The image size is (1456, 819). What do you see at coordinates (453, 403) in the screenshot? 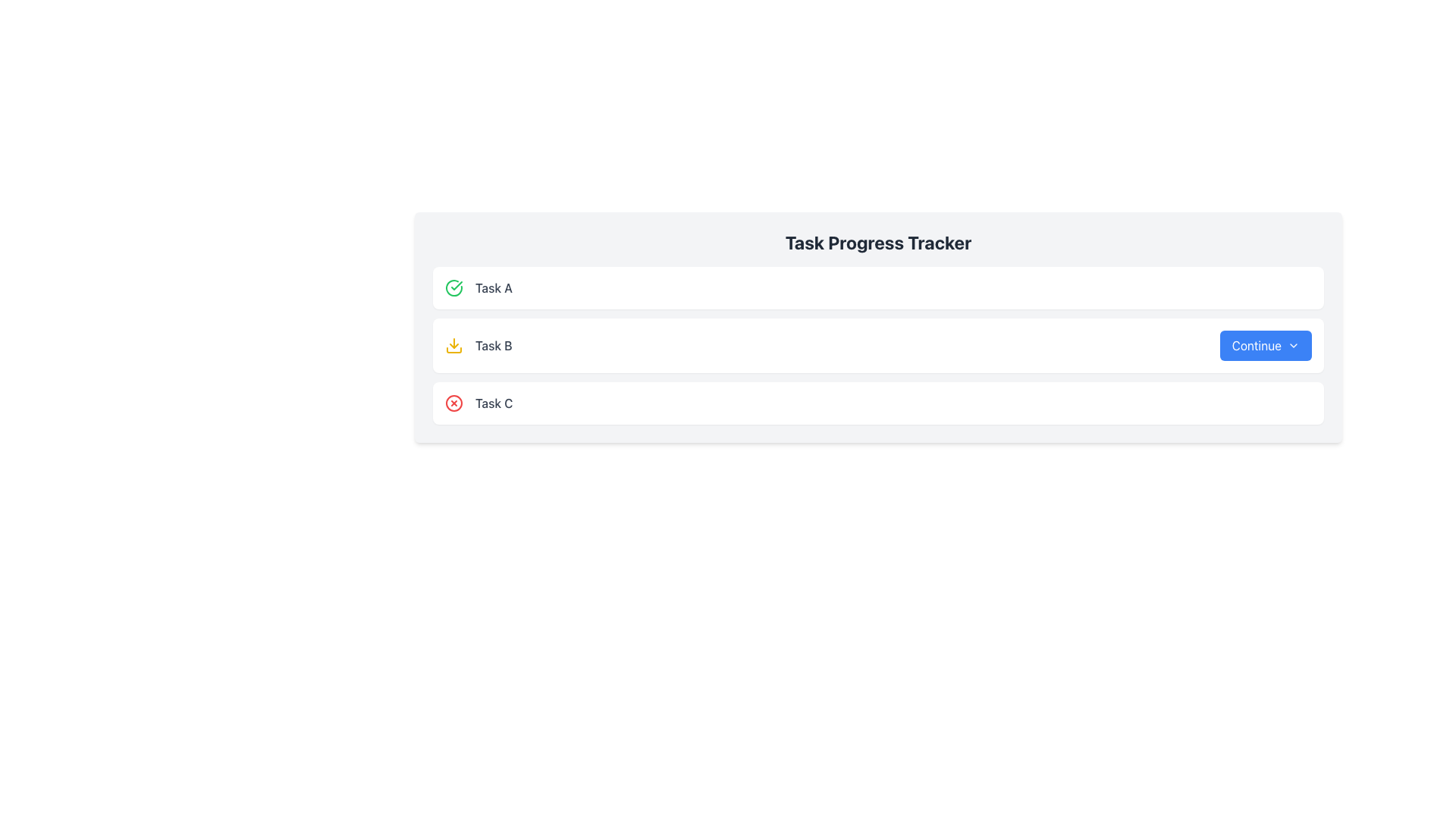
I see `the leftmost icon indicating a negative or error state for 'Task C'` at bounding box center [453, 403].